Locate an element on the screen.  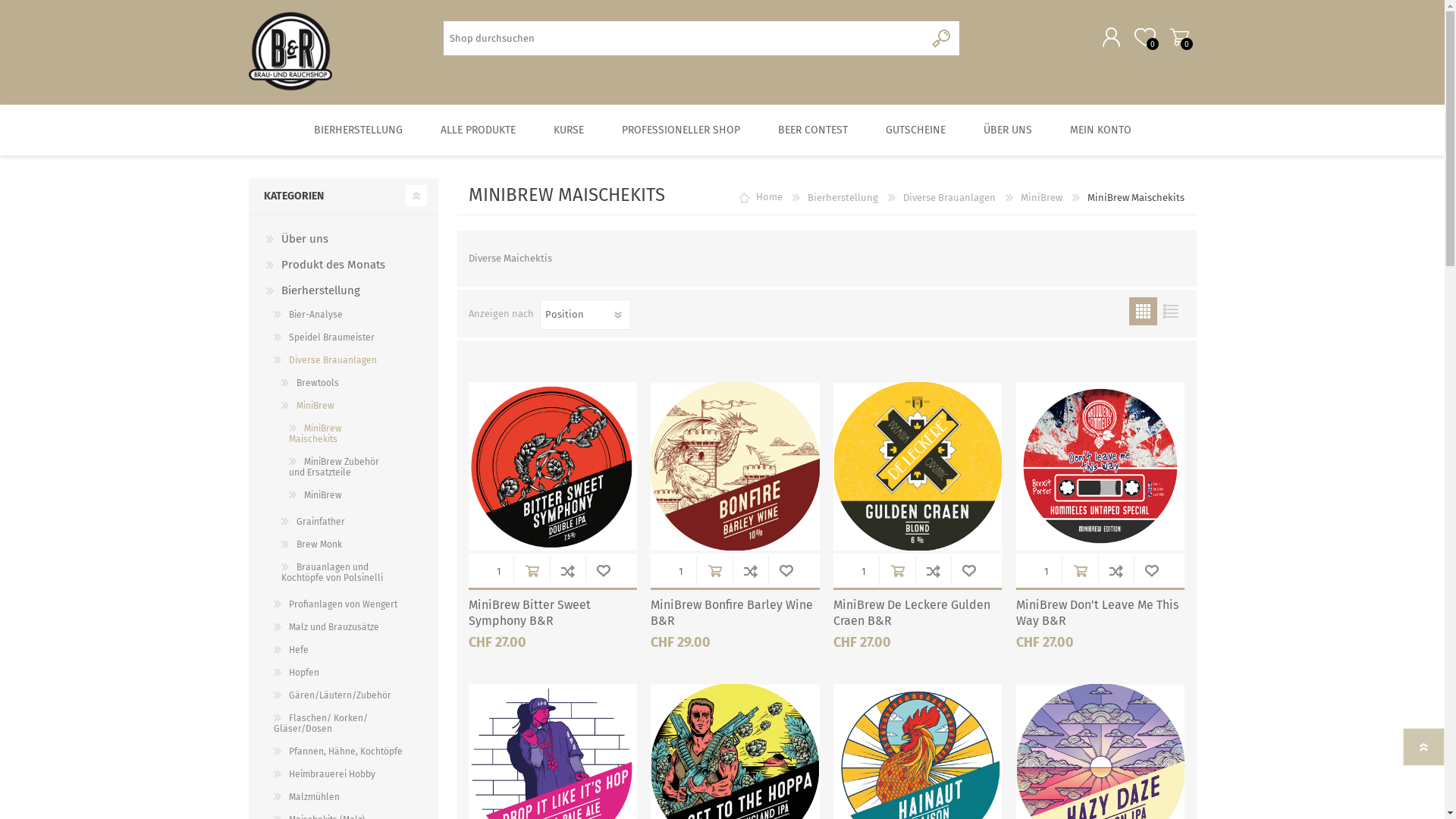
'BIERHERSTELLUNG' is located at coordinates (356, 129).